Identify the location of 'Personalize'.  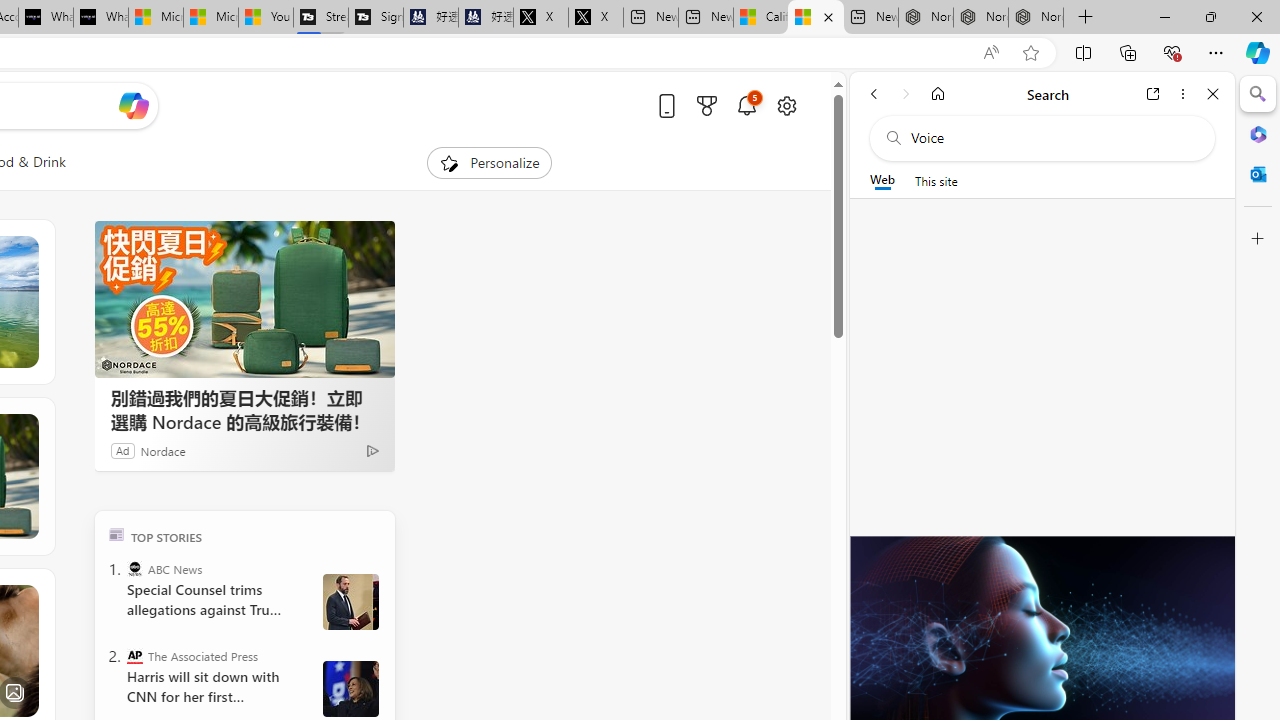
(488, 162).